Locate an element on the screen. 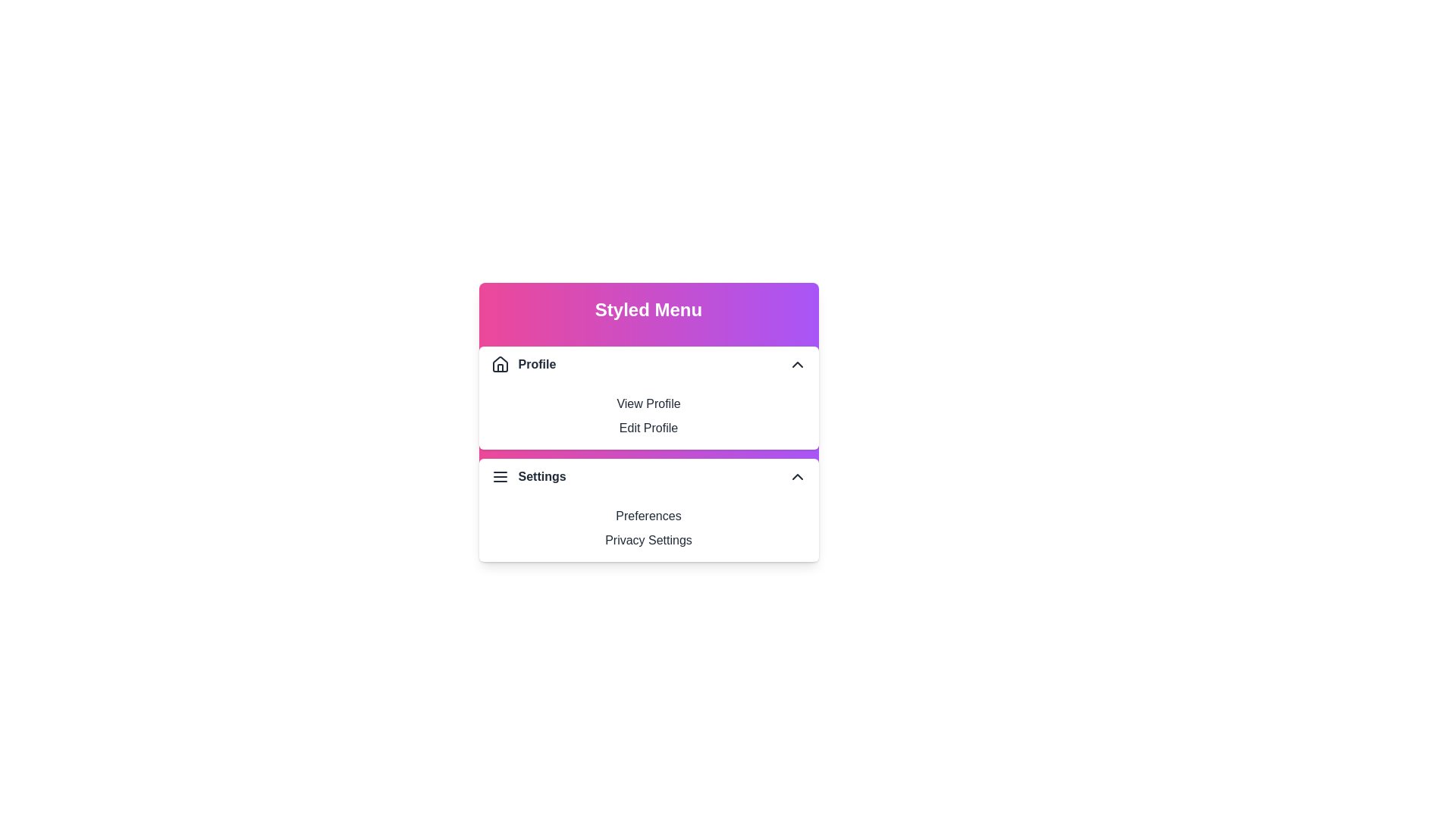 This screenshot has height=819, width=1456. the menu option Preferences from the StyledMenu is located at coordinates (648, 516).